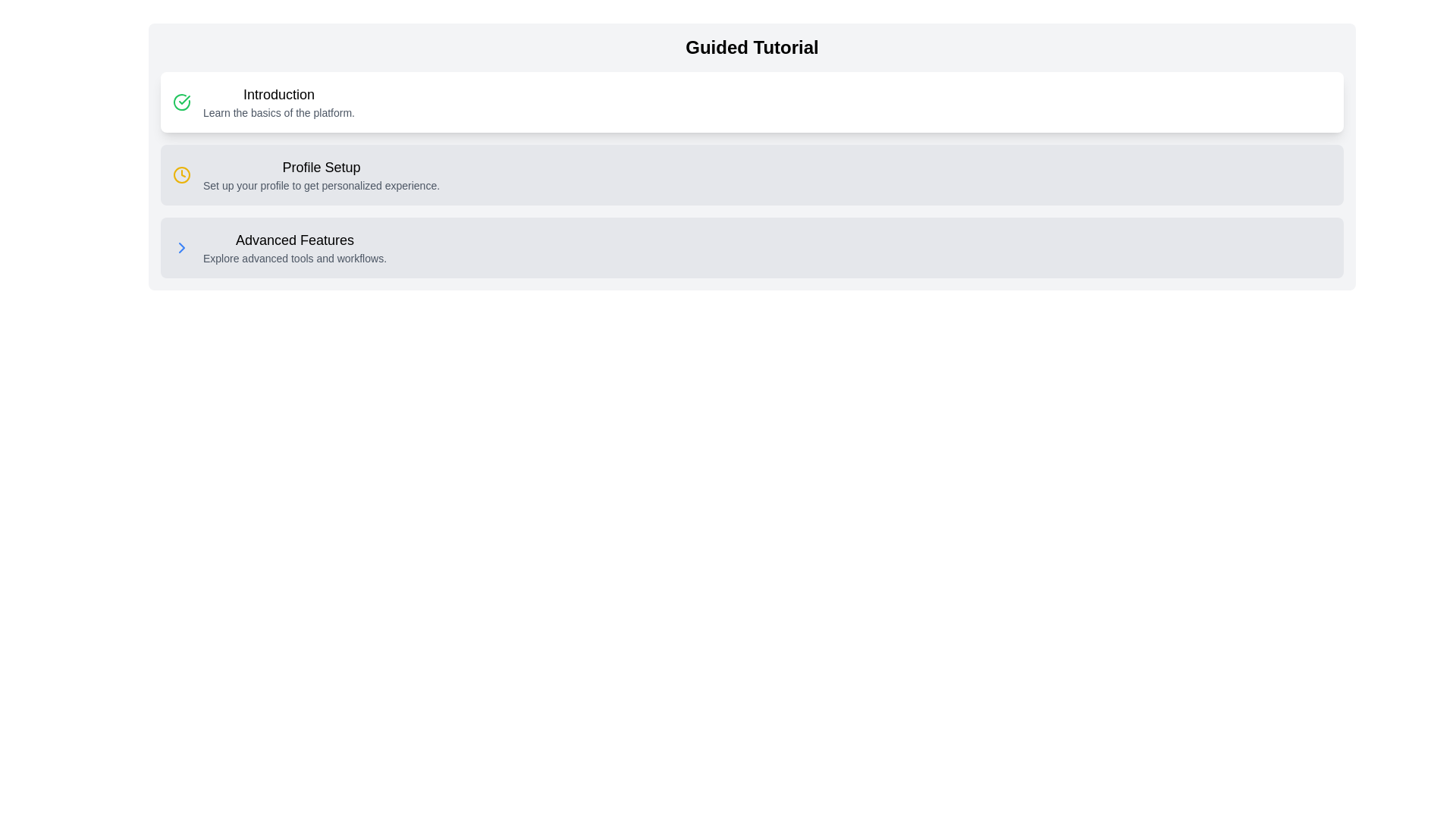 The height and width of the screenshot is (819, 1456). What do you see at coordinates (182, 102) in the screenshot?
I see `the green circular icon with a white checkmark inside it, indicating a completed or verified status, located on the left side of the 'Introduction' section` at bounding box center [182, 102].